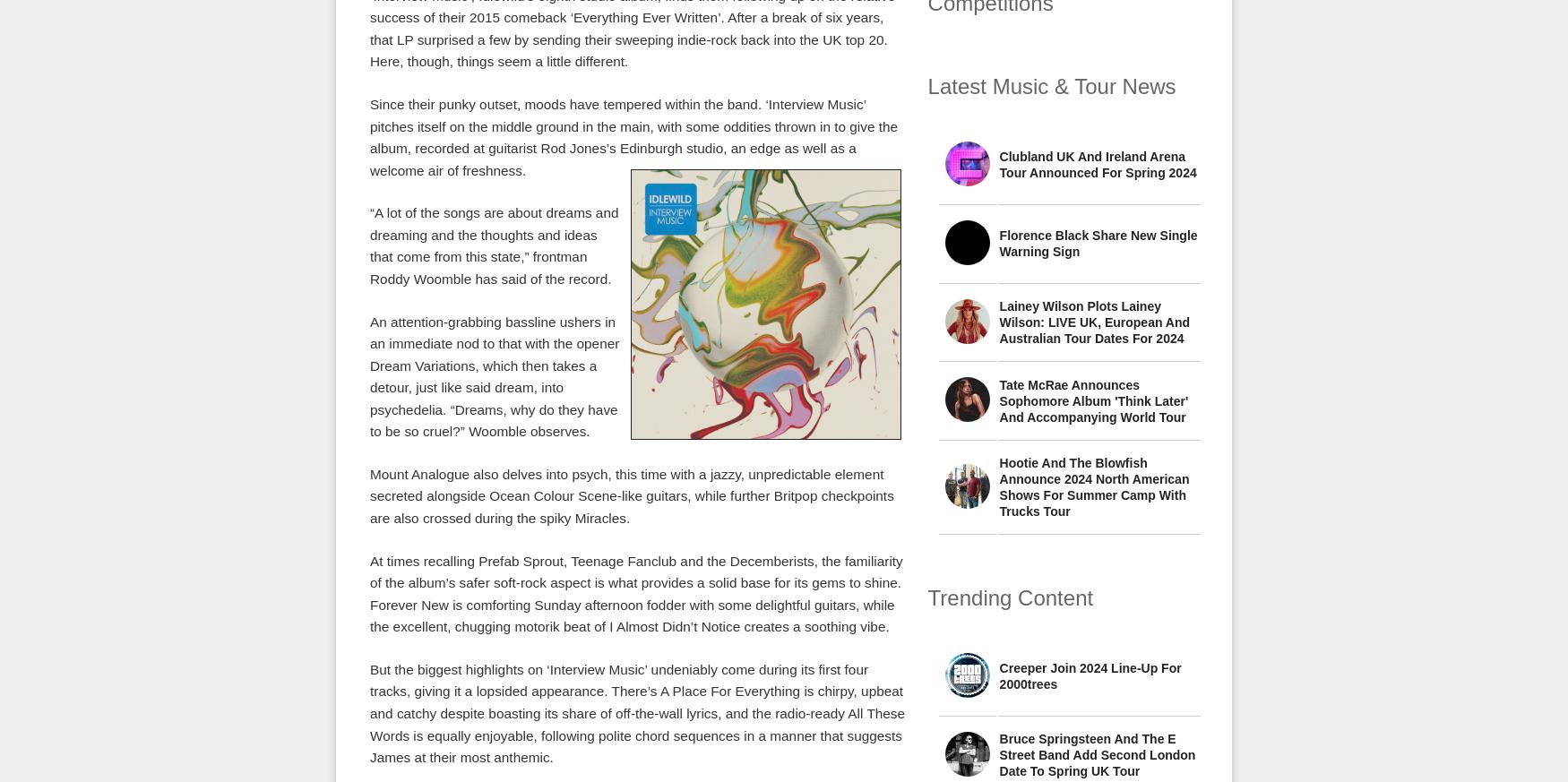 The height and width of the screenshot is (782, 1568). What do you see at coordinates (637, 713) in the screenshot?
I see `'But the biggest highlights on ‘Interview Music’ undeniably come during its first four tracks, giving it a lopsided appearance. There’s A Place For Everything is chirpy, upbeat and catchy despite boasting its share of off-the-wall lyrics, and the radio-ready All These Words is equally enjoyable, following polite chord sequences in a manner that suggests James at their most anthemic.'` at bounding box center [637, 713].